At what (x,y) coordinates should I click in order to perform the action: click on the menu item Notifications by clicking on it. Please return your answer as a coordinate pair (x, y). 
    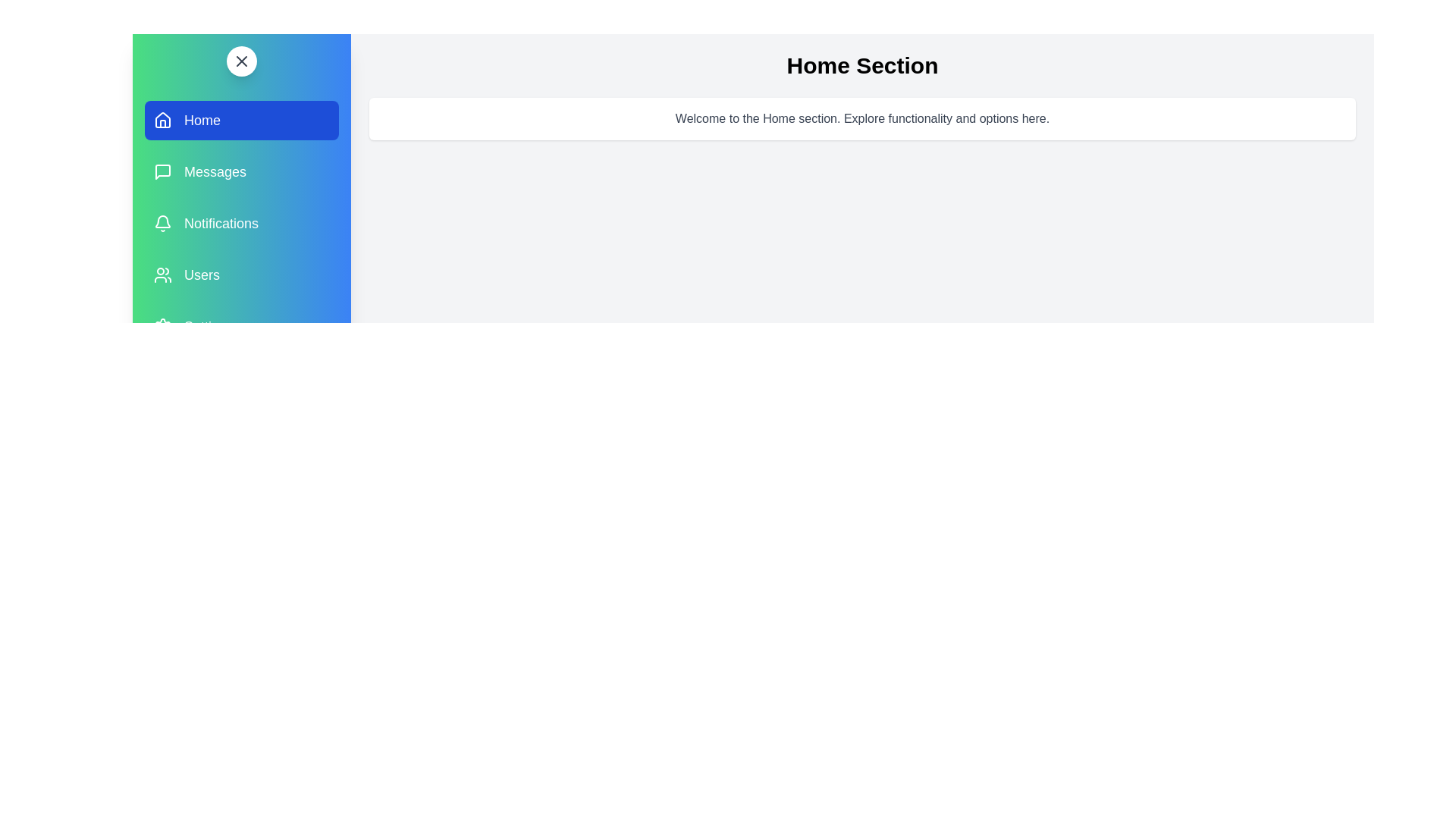
    Looking at the image, I should click on (240, 223).